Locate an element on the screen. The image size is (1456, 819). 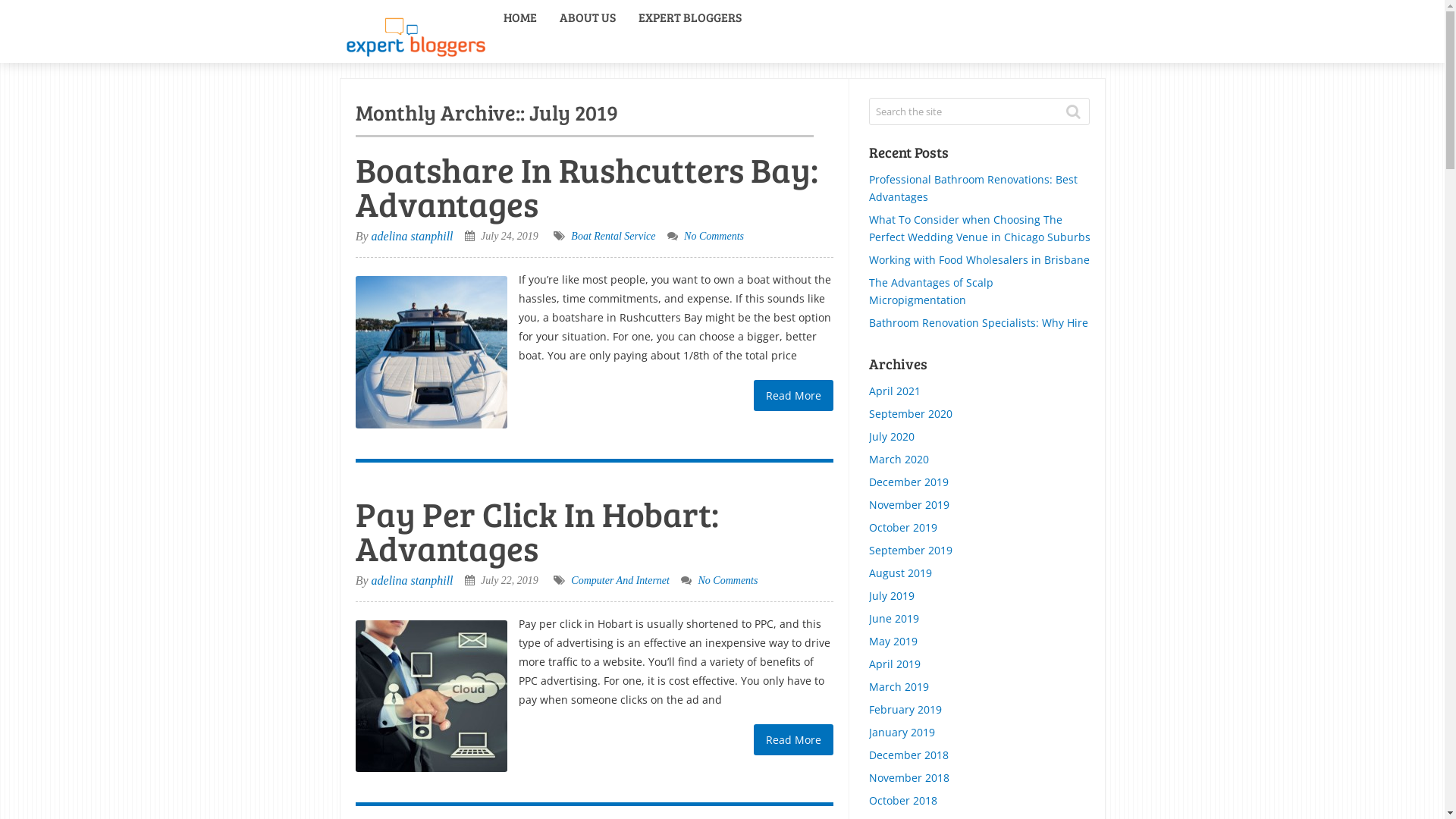
'July 2019' is located at coordinates (892, 595).